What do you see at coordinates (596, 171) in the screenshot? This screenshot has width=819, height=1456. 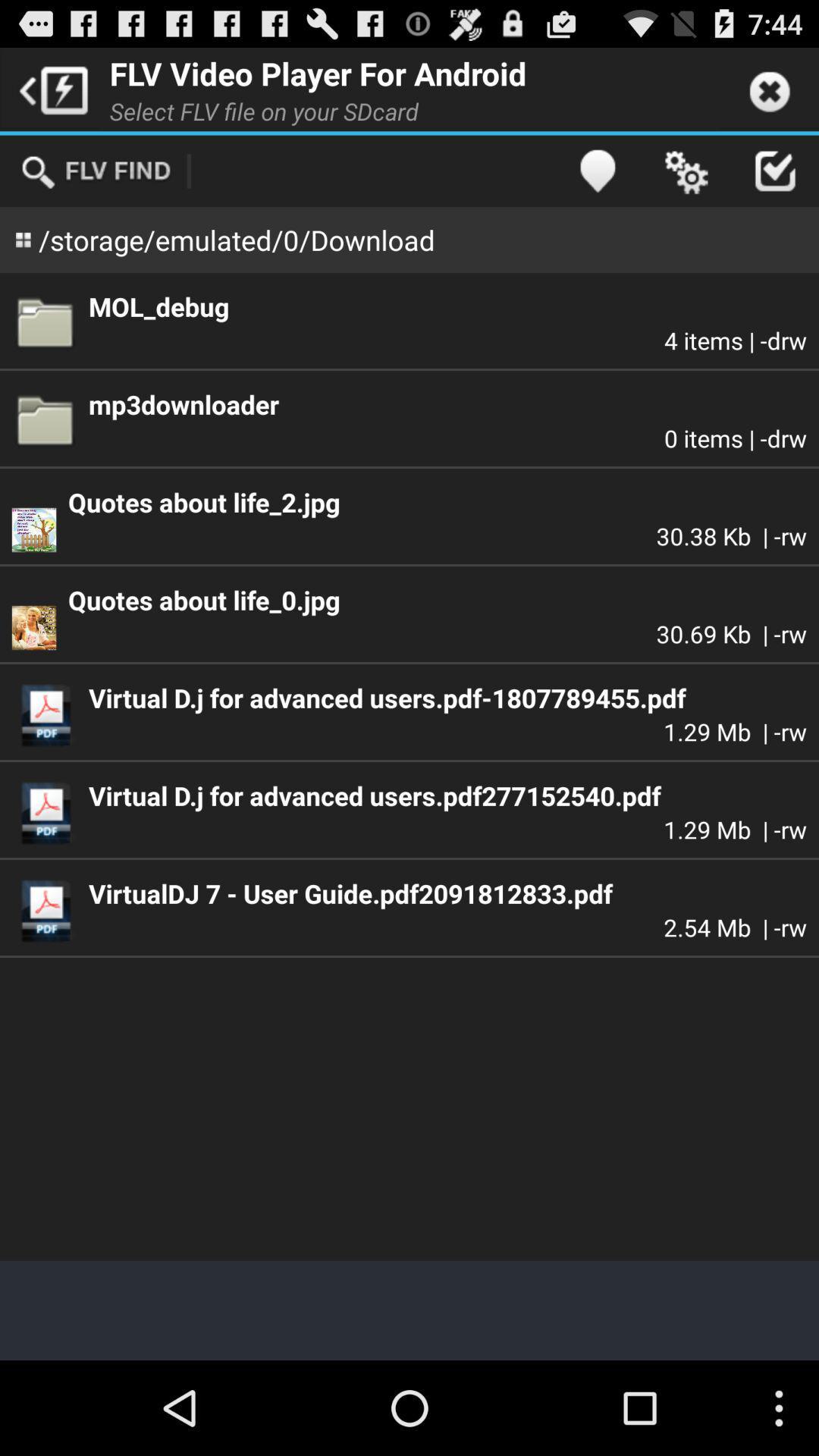 I see `item to the right of storage emulated 0` at bounding box center [596, 171].